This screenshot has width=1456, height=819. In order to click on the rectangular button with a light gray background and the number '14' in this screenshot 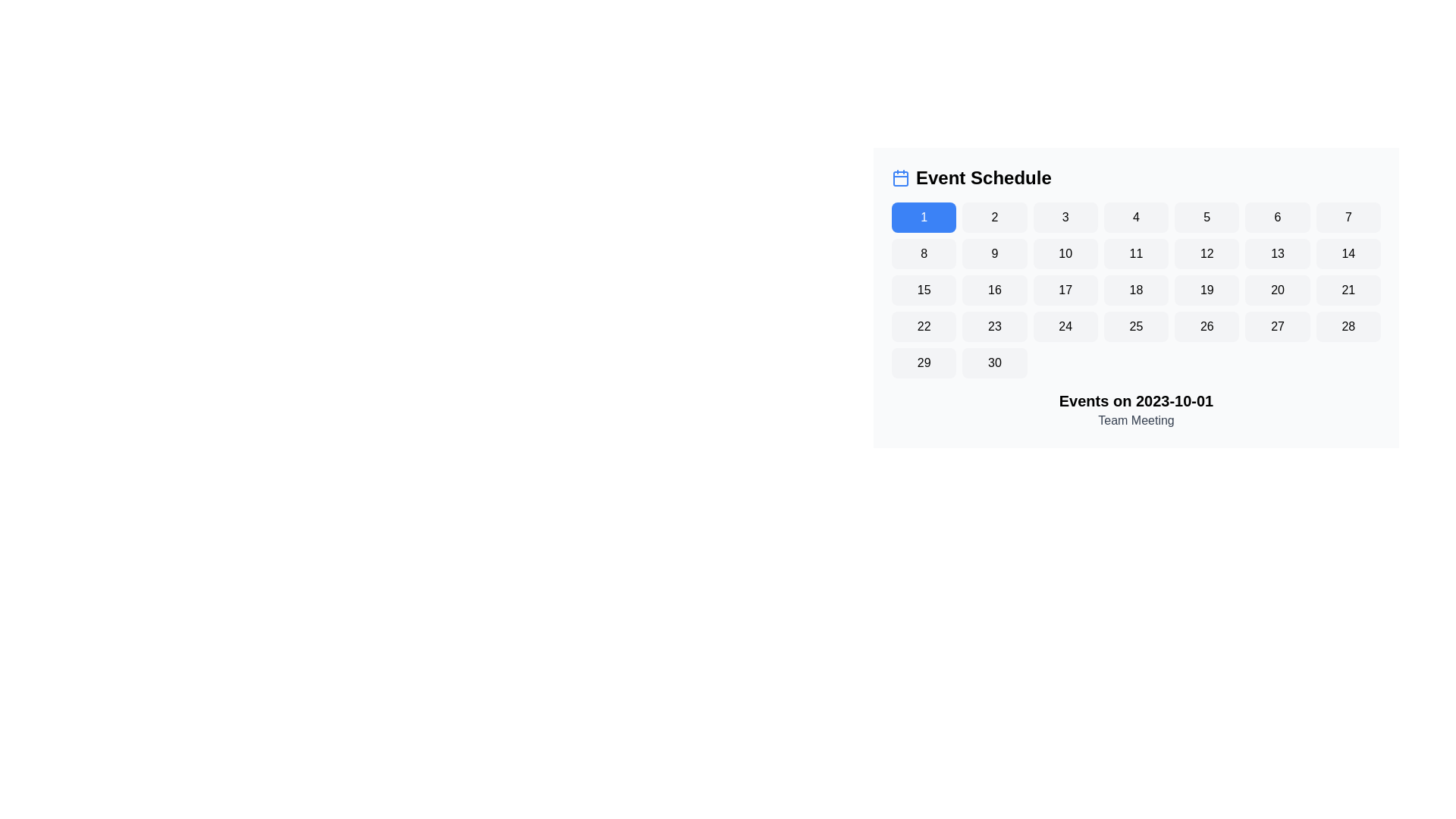, I will do `click(1348, 253)`.